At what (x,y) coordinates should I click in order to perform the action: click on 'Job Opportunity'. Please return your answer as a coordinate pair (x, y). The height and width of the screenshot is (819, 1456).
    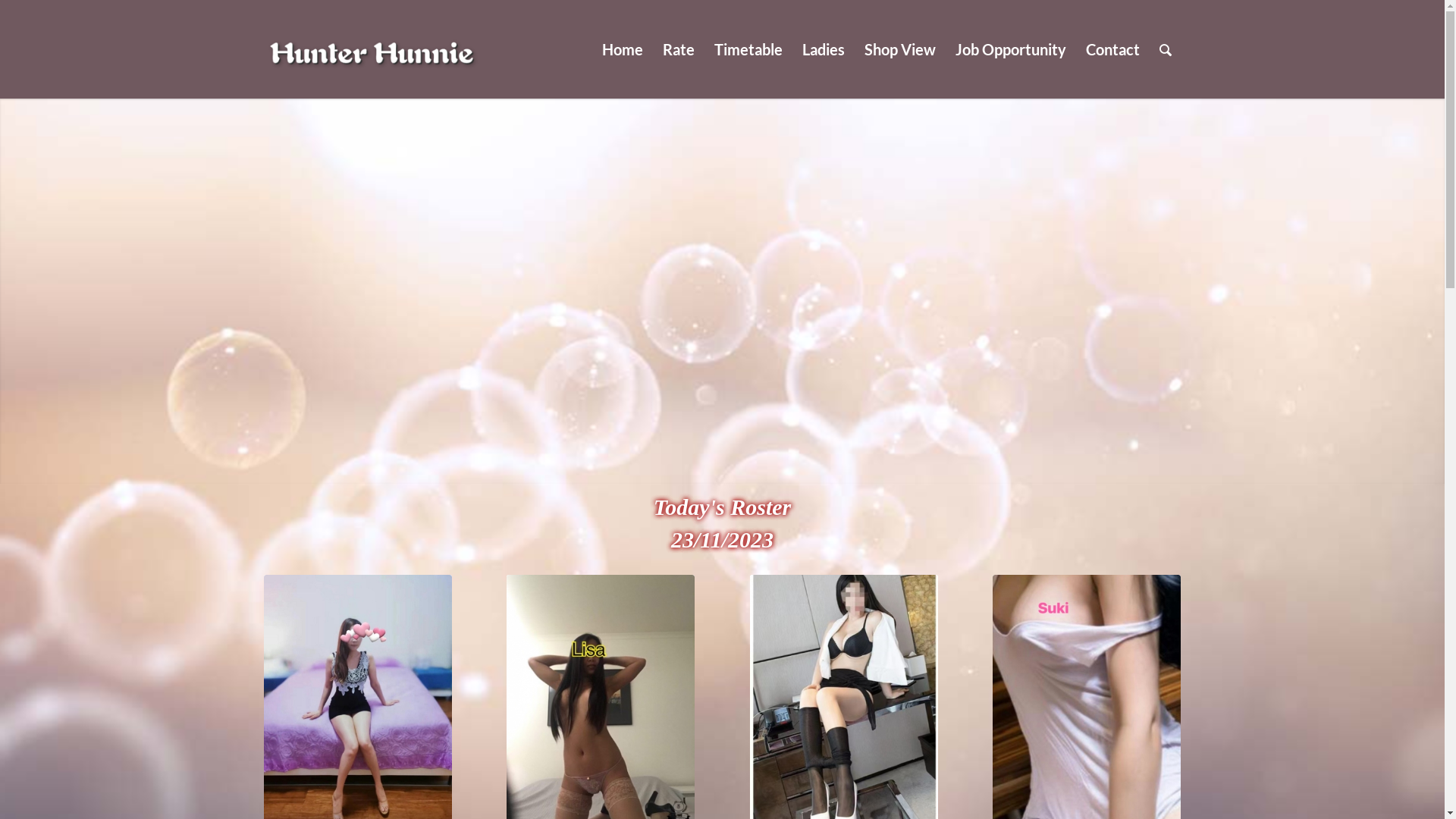
    Looking at the image, I should click on (1009, 49).